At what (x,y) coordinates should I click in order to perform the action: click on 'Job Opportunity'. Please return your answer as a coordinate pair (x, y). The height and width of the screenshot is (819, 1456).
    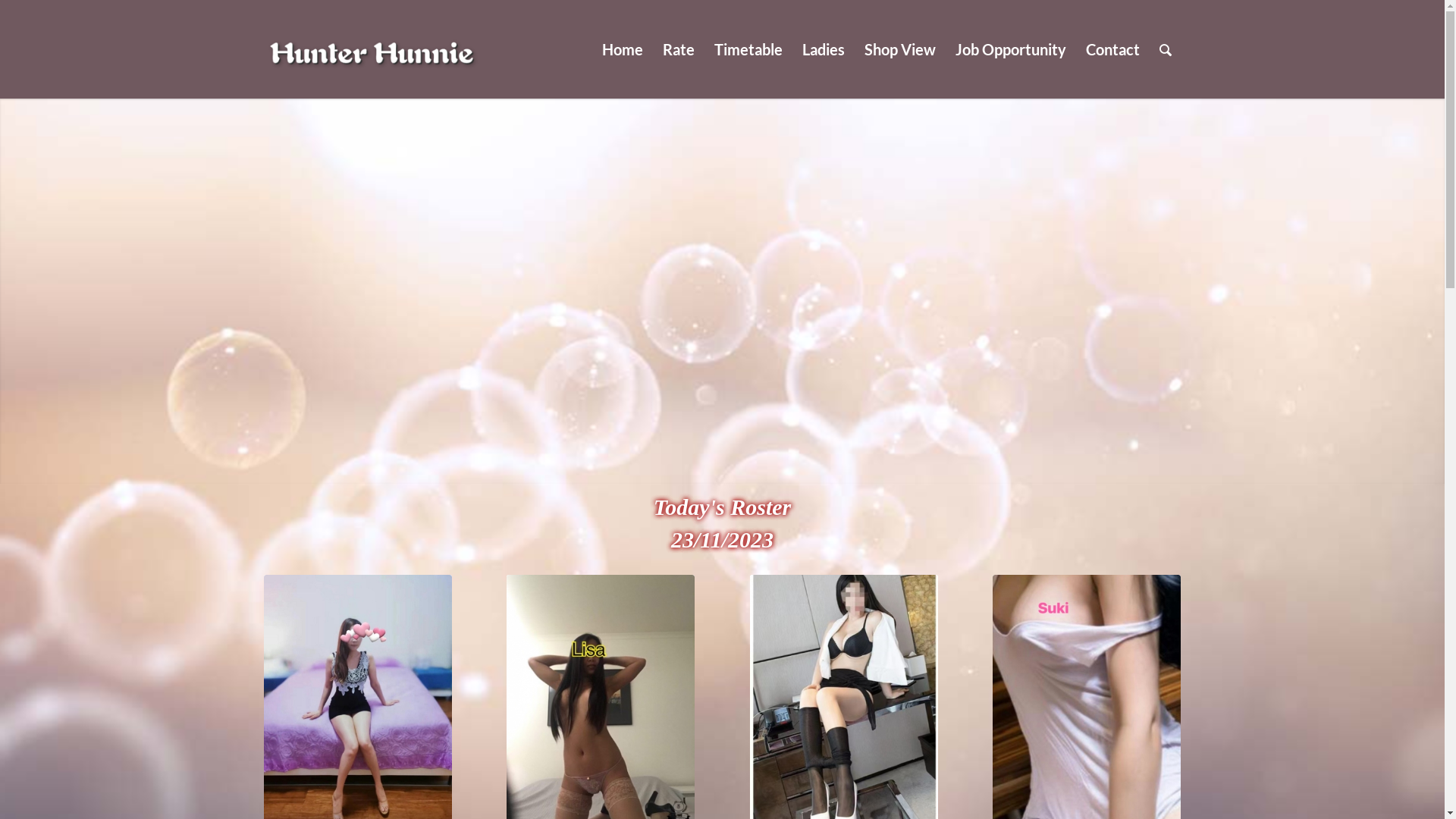
    Looking at the image, I should click on (1009, 49).